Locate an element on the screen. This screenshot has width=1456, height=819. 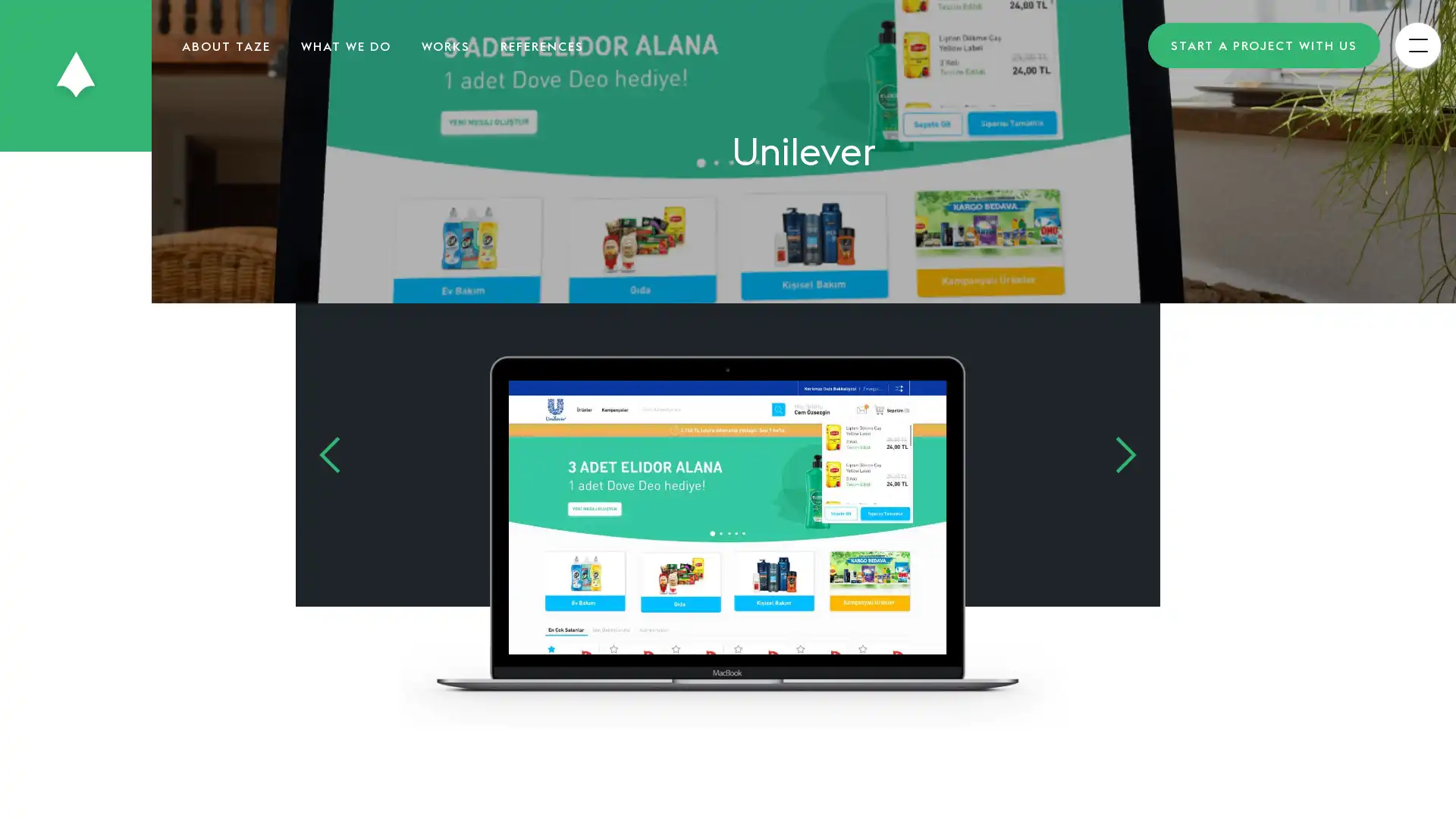
Next is located at coordinates (1125, 454).